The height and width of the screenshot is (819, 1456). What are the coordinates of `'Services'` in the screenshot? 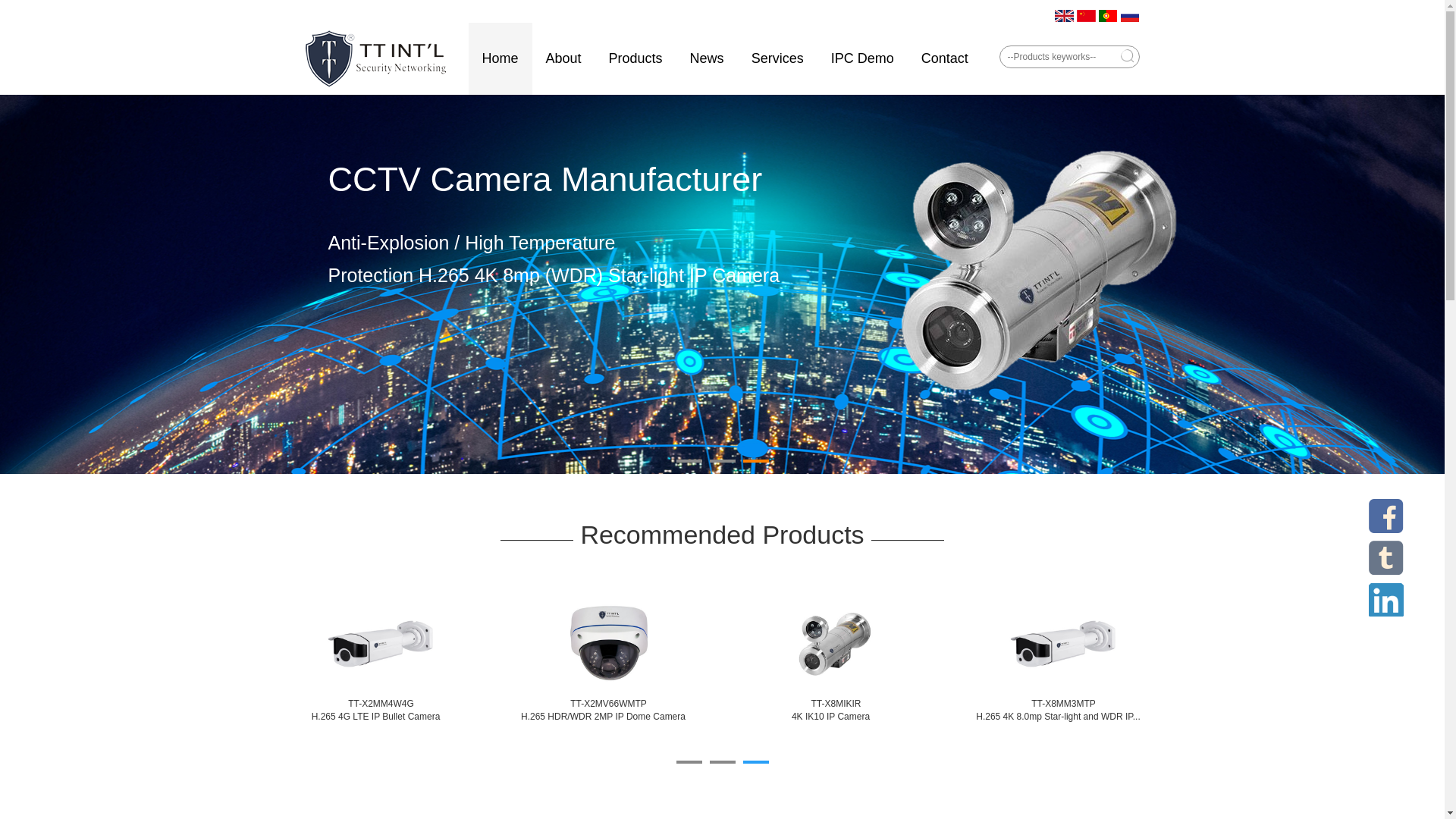 It's located at (777, 58).